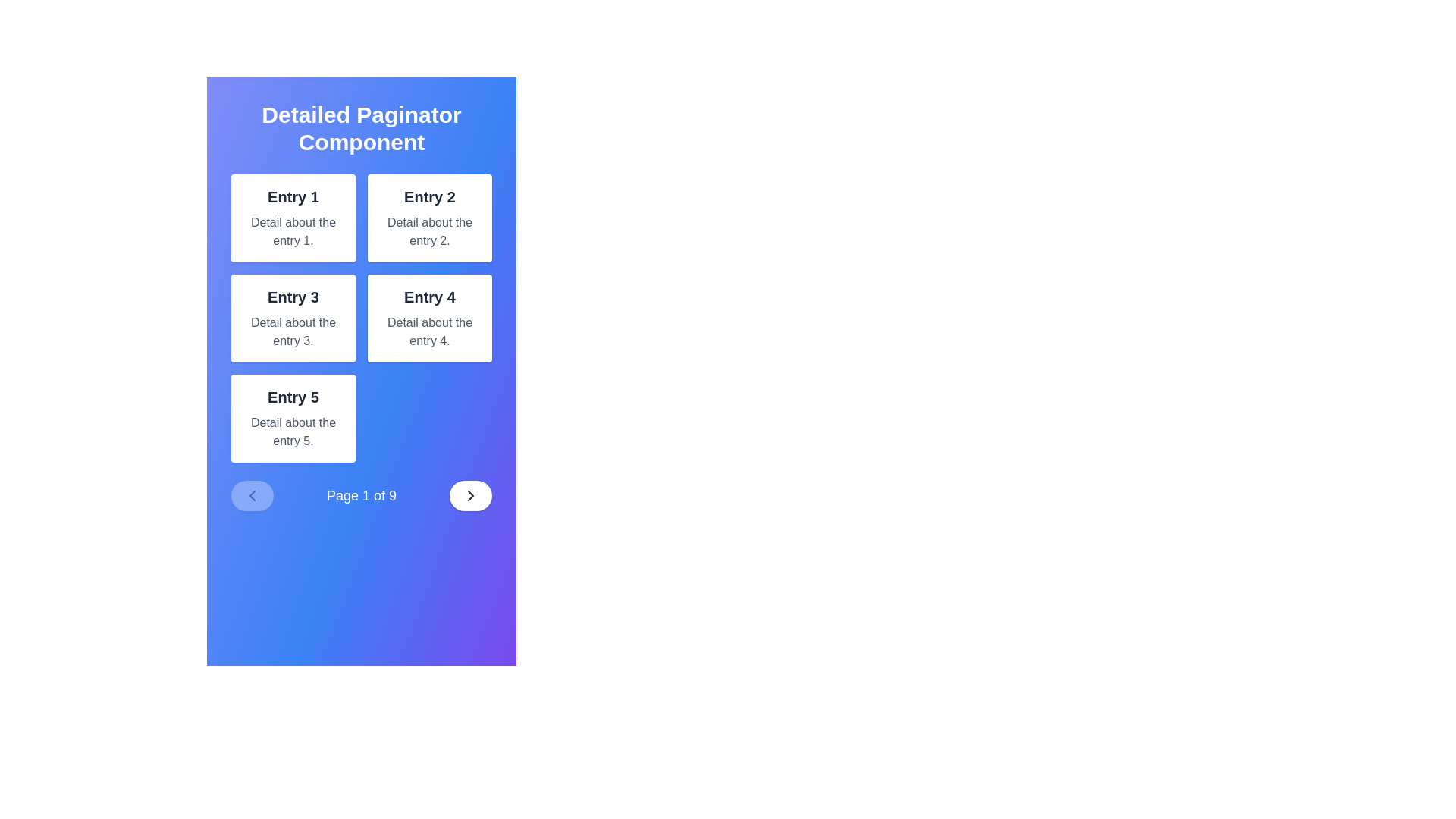  Describe the element at coordinates (428, 218) in the screenshot. I see `the second card in the upper-right corner of the grid layout` at that location.